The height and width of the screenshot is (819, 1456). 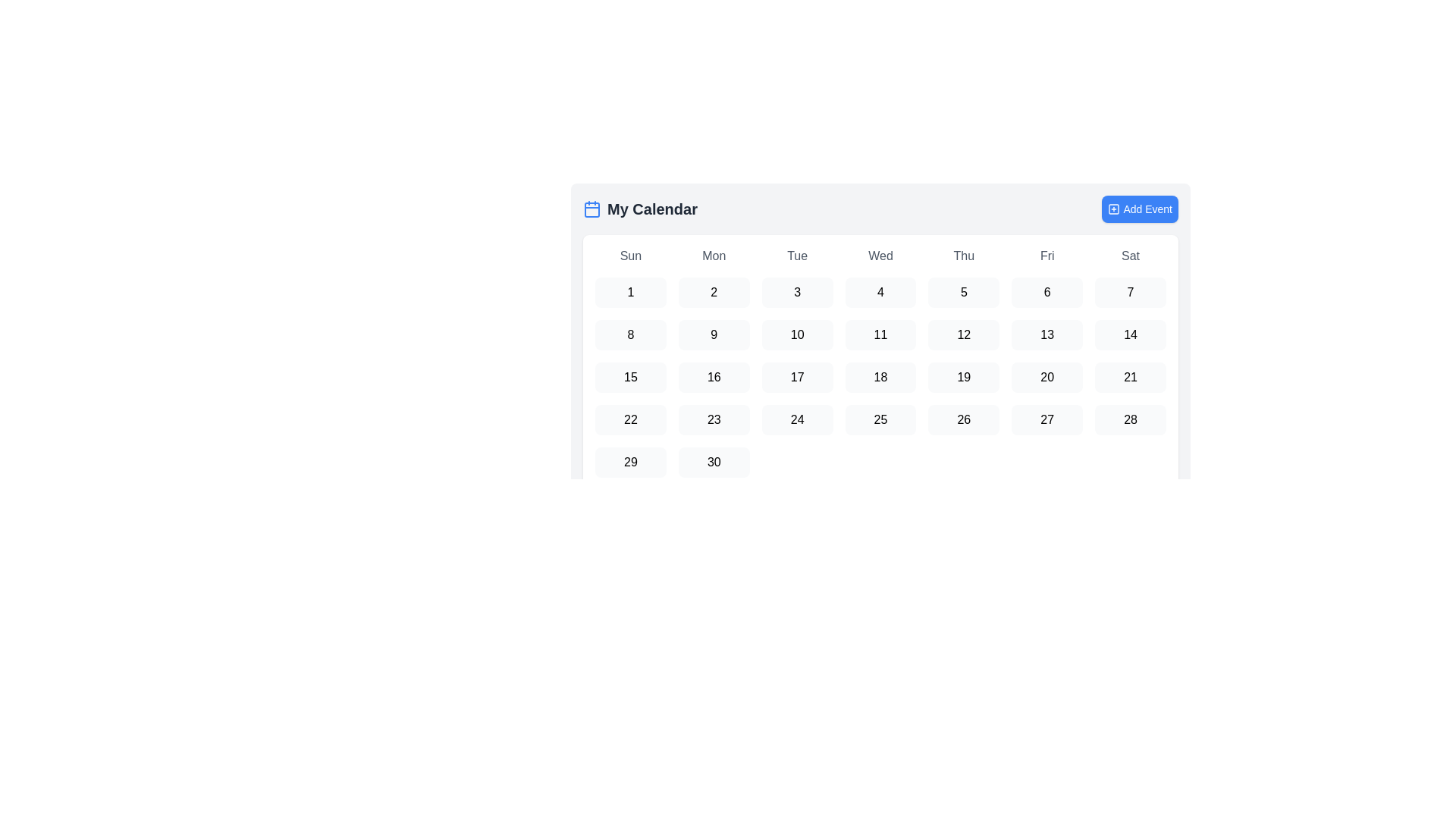 What do you see at coordinates (1046, 376) in the screenshot?
I see `the calendar date cell representing the 20th day located in the last column (Friday) of the fourth row` at bounding box center [1046, 376].